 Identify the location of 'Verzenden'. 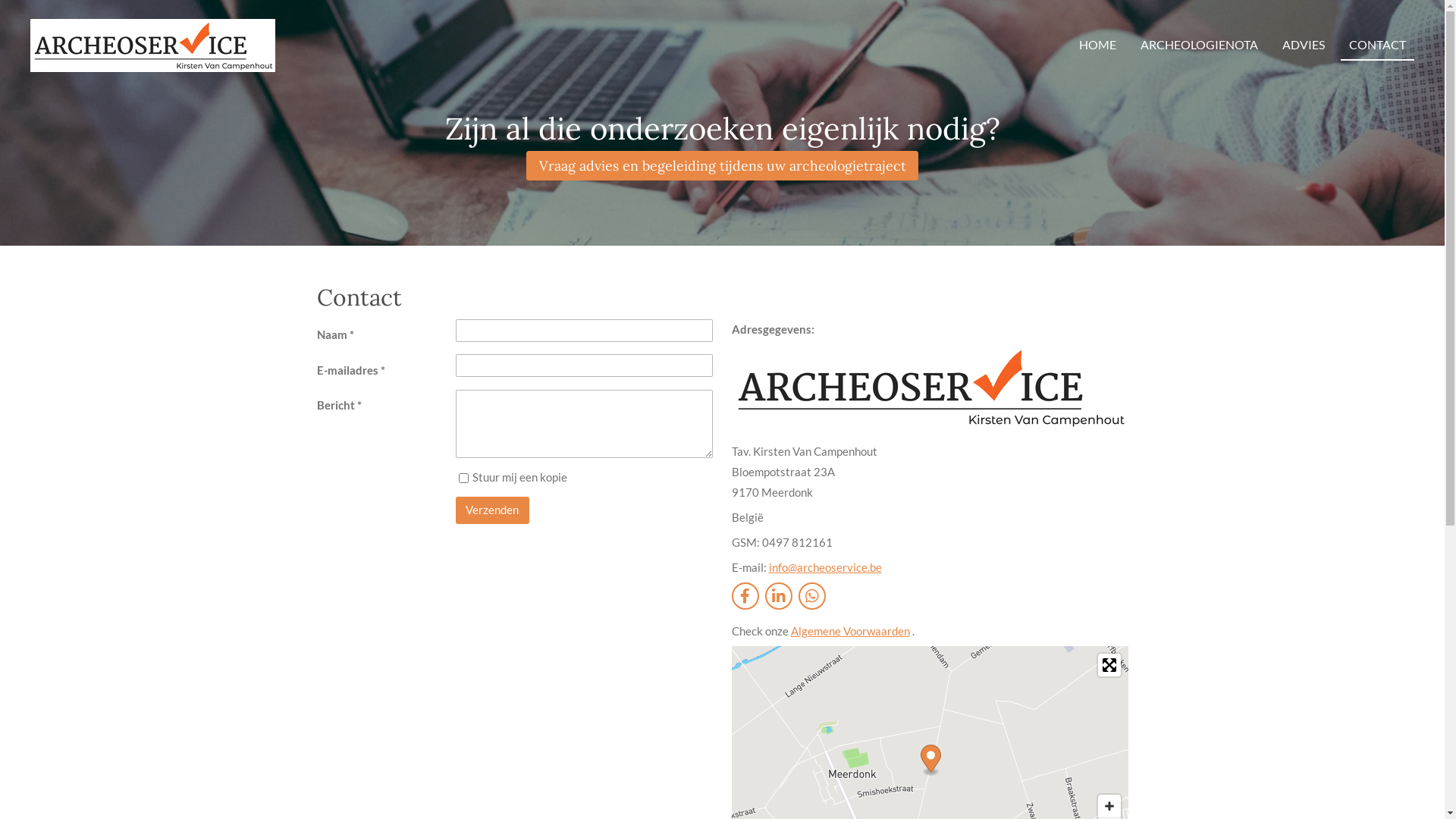
(492, 509).